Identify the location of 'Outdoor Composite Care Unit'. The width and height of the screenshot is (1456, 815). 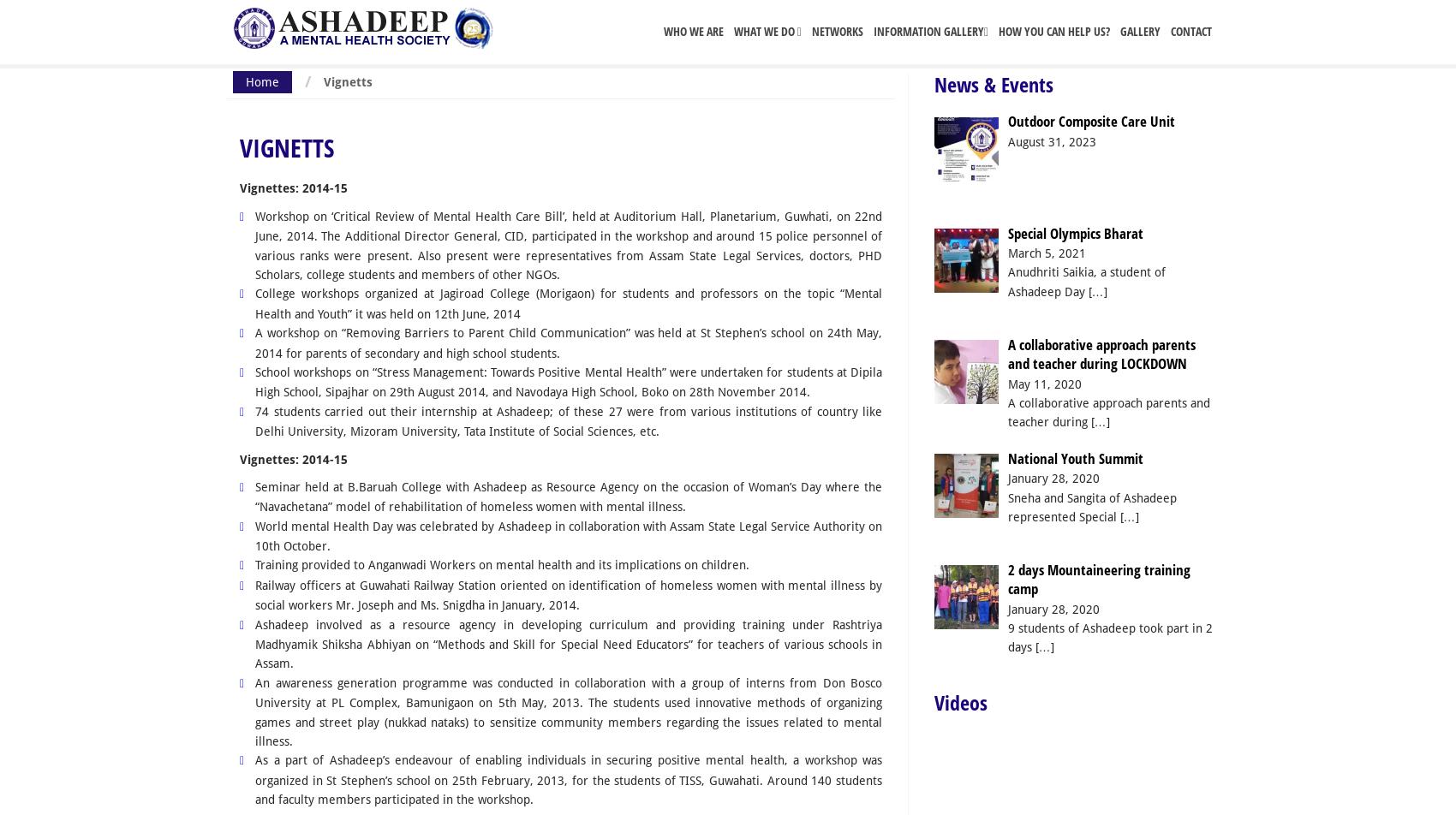
(1089, 121).